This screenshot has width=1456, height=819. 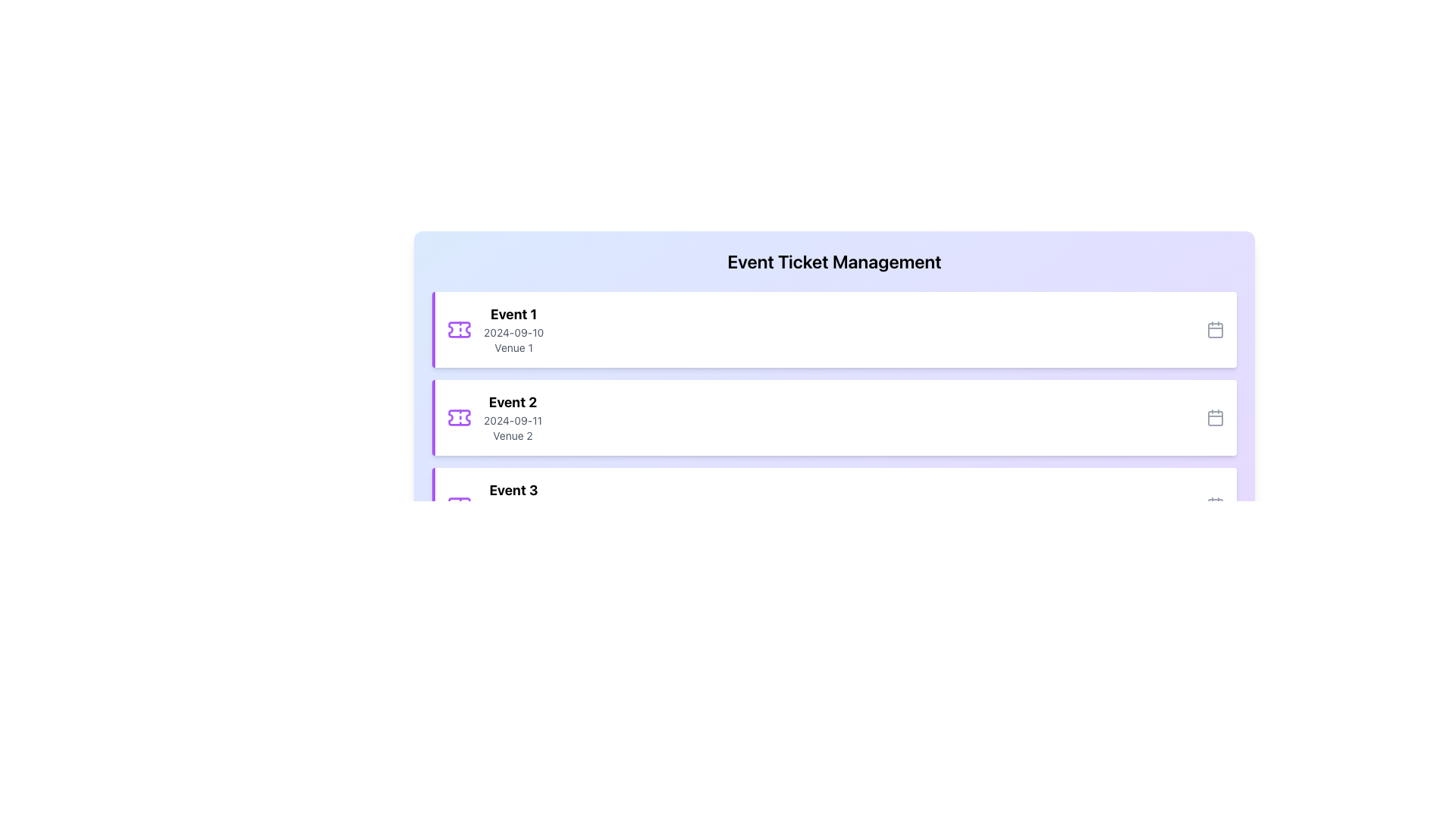 I want to click on the text label reading 'Venue 2' which is located beneath the date '2024-09-11' in the 'Event 2' section, so click(x=513, y=435).